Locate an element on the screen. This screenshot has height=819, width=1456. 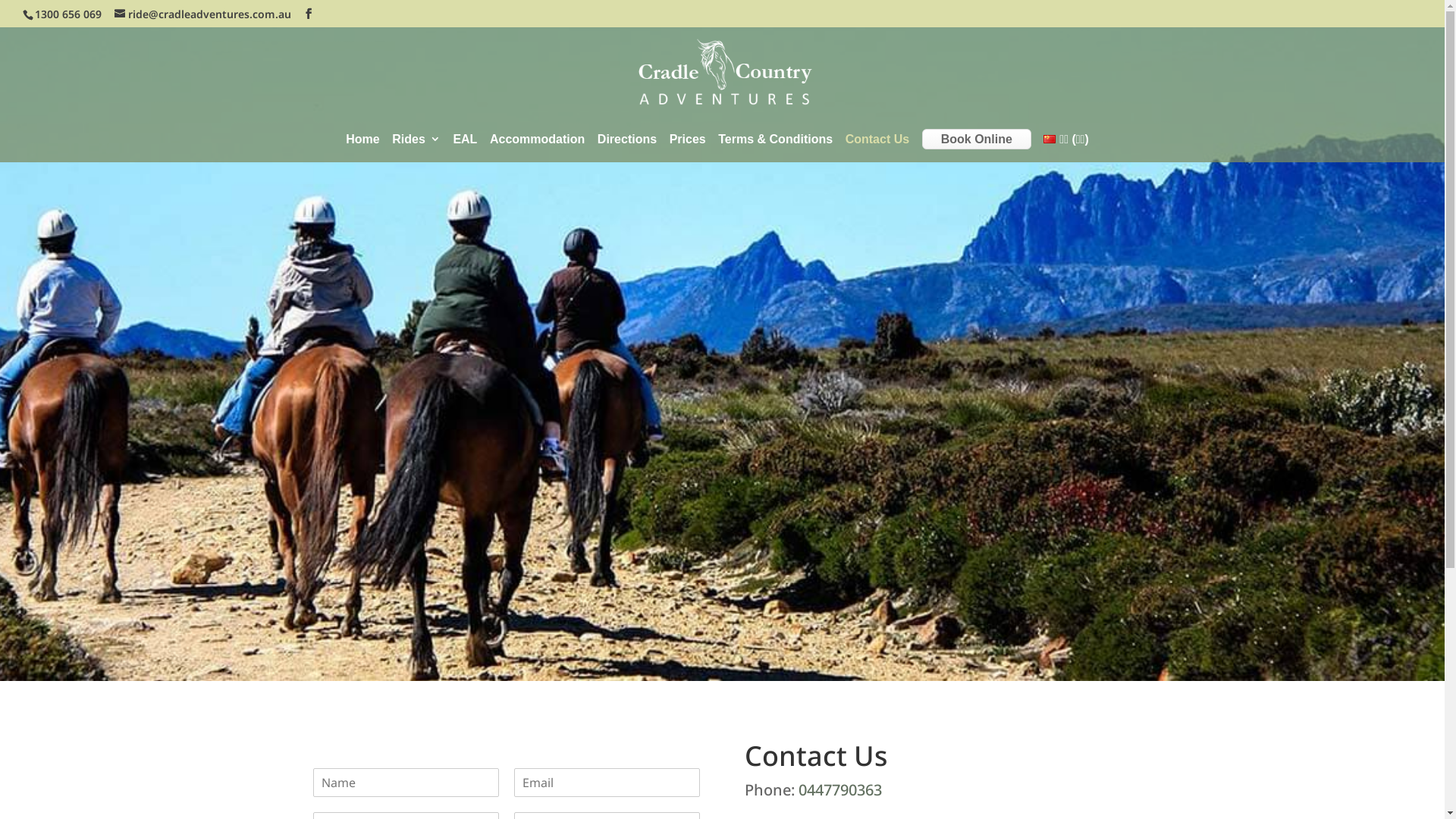
'Book Online' is located at coordinates (976, 139).